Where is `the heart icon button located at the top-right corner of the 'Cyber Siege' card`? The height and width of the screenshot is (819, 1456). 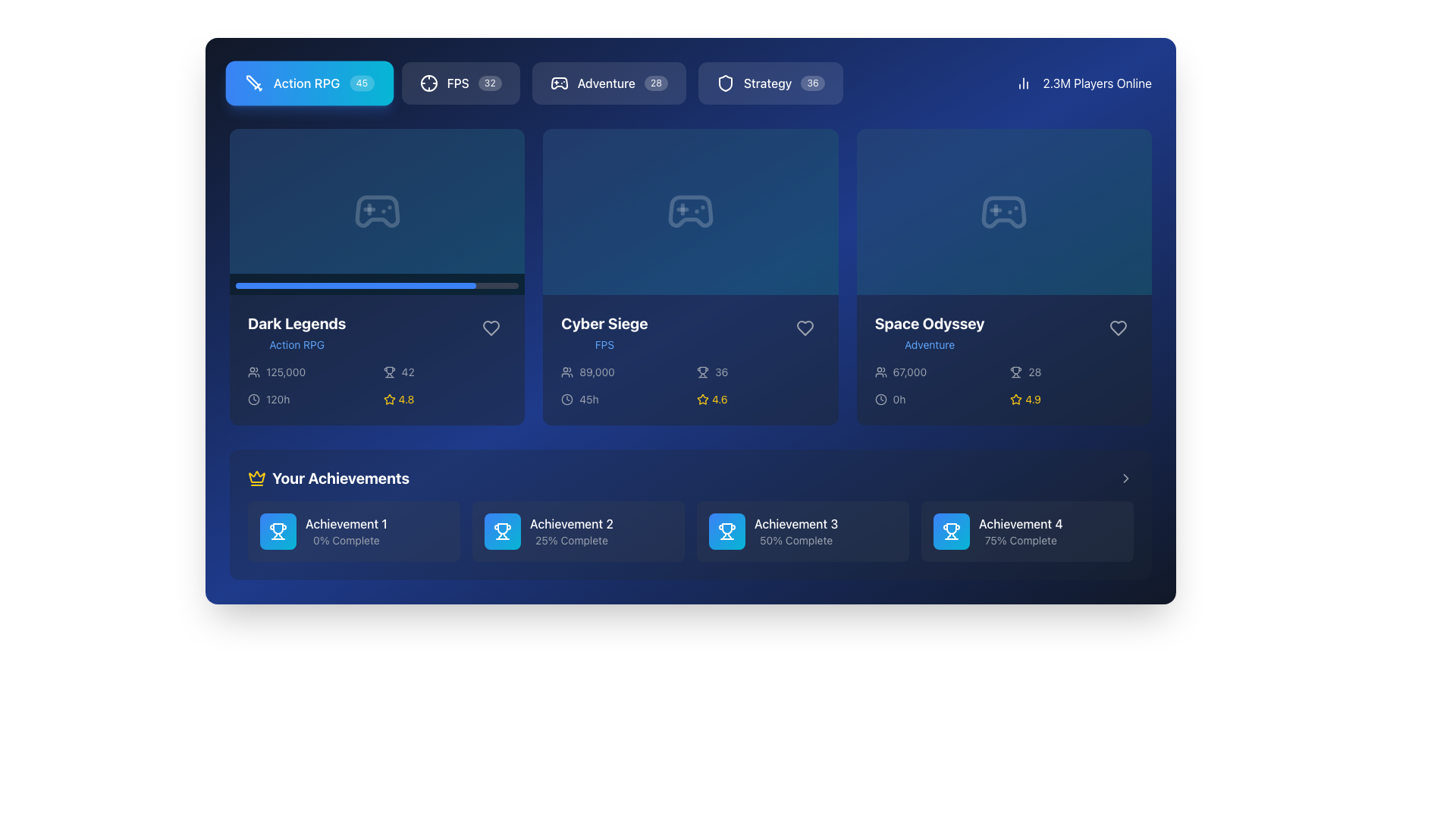
the heart icon button located at the top-right corner of the 'Cyber Siege' card is located at coordinates (804, 327).